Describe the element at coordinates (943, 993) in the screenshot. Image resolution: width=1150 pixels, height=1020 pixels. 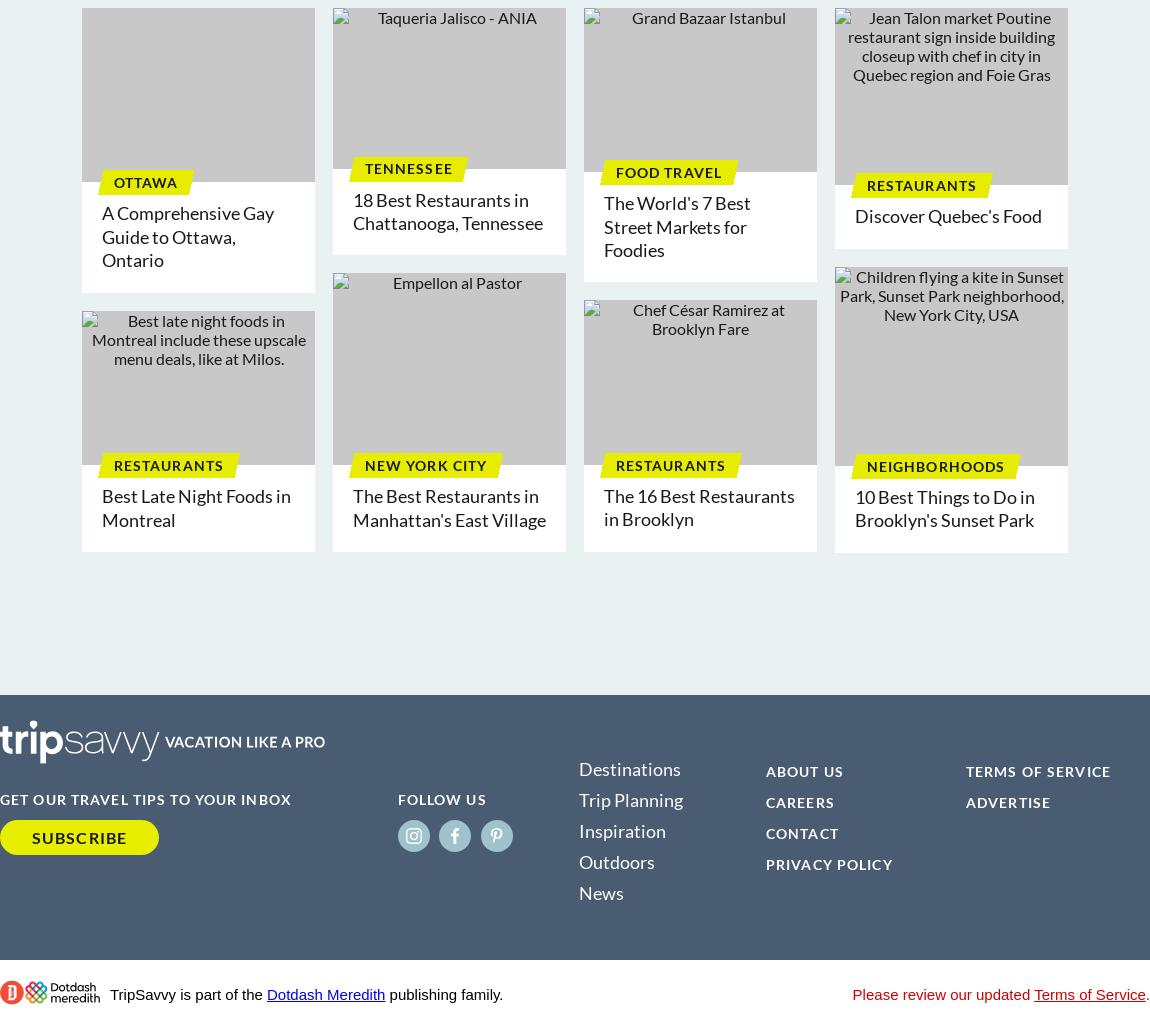
I see `'Please review our updated'` at that location.